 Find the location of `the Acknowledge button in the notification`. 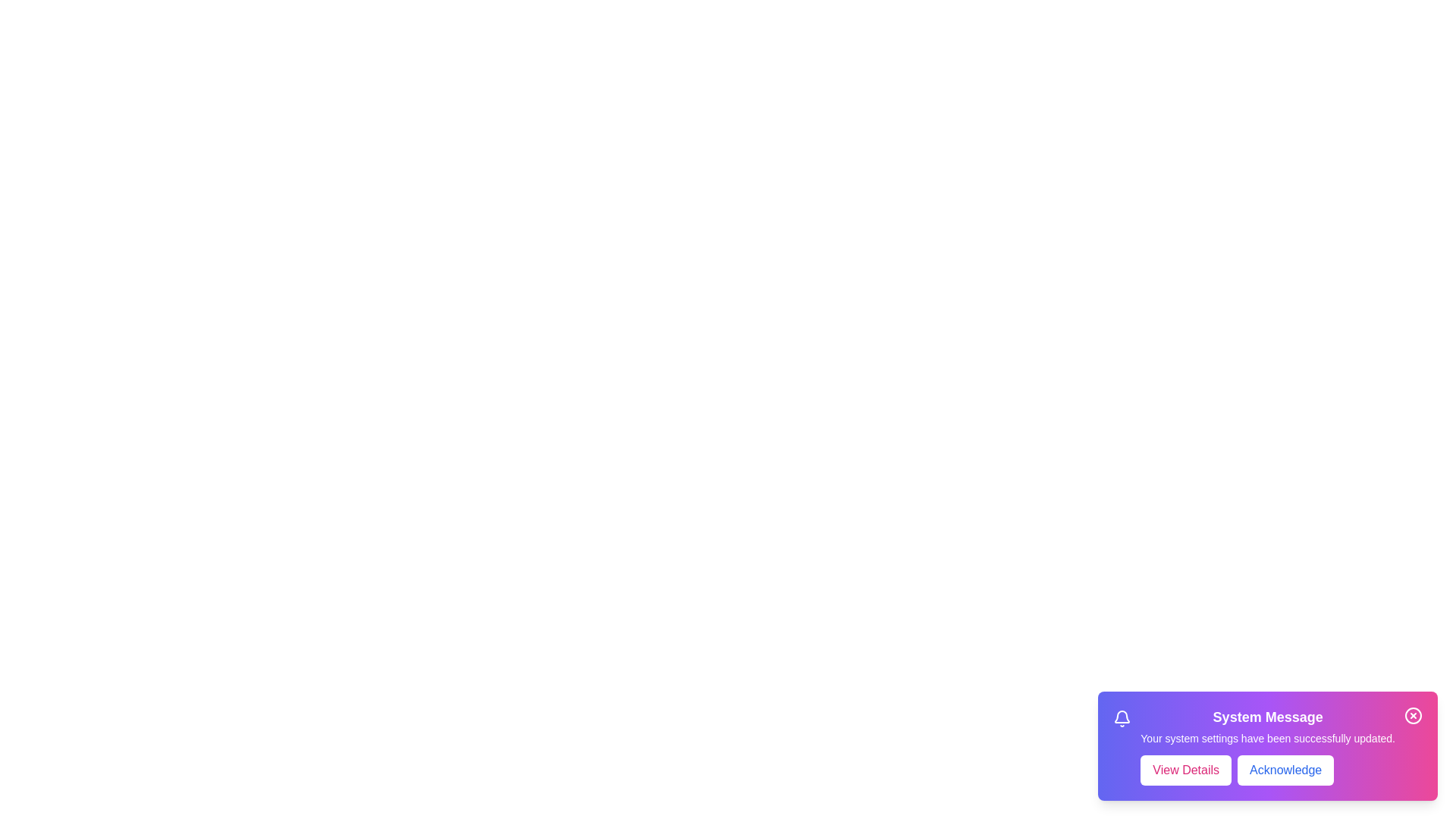

the Acknowledge button in the notification is located at coordinates (1285, 770).